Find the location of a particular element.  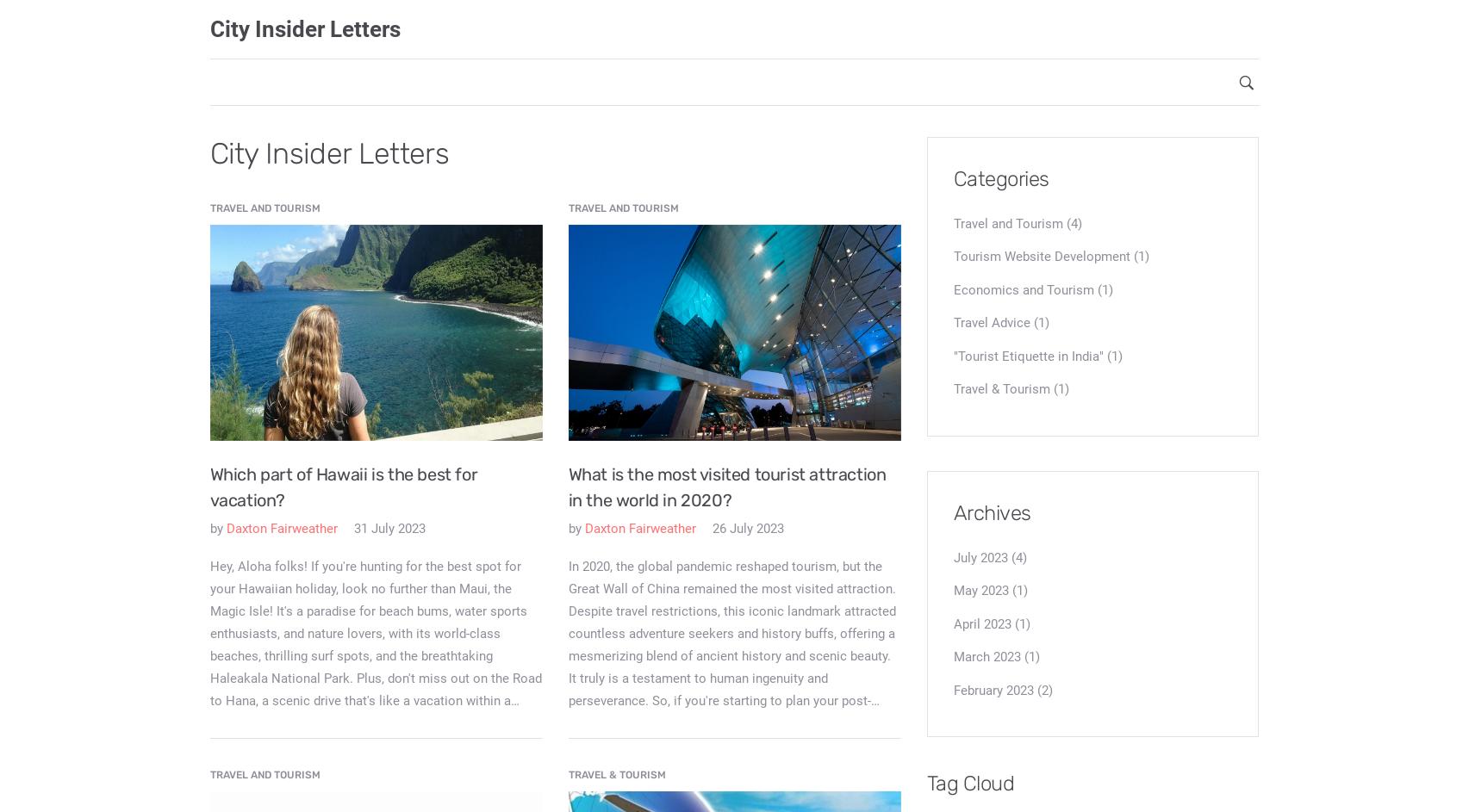

'In 2020, the global pandemic reshaped tourism, but the Great Wall of China remained the most visited attraction. Despite travel restrictions, this iconic landmark attracted countless adventure seekers and history buffs, offering a mesmerizing blend of ancient history and scenic beauty. It truly is a testament to human ingenuity and perseverance. So, if you're starting to plan your post-pandemic travels, the Great Wall should definitely be on your list. After all, there's a reason it's the most popular tourist destination in the world.' is located at coordinates (731, 666).